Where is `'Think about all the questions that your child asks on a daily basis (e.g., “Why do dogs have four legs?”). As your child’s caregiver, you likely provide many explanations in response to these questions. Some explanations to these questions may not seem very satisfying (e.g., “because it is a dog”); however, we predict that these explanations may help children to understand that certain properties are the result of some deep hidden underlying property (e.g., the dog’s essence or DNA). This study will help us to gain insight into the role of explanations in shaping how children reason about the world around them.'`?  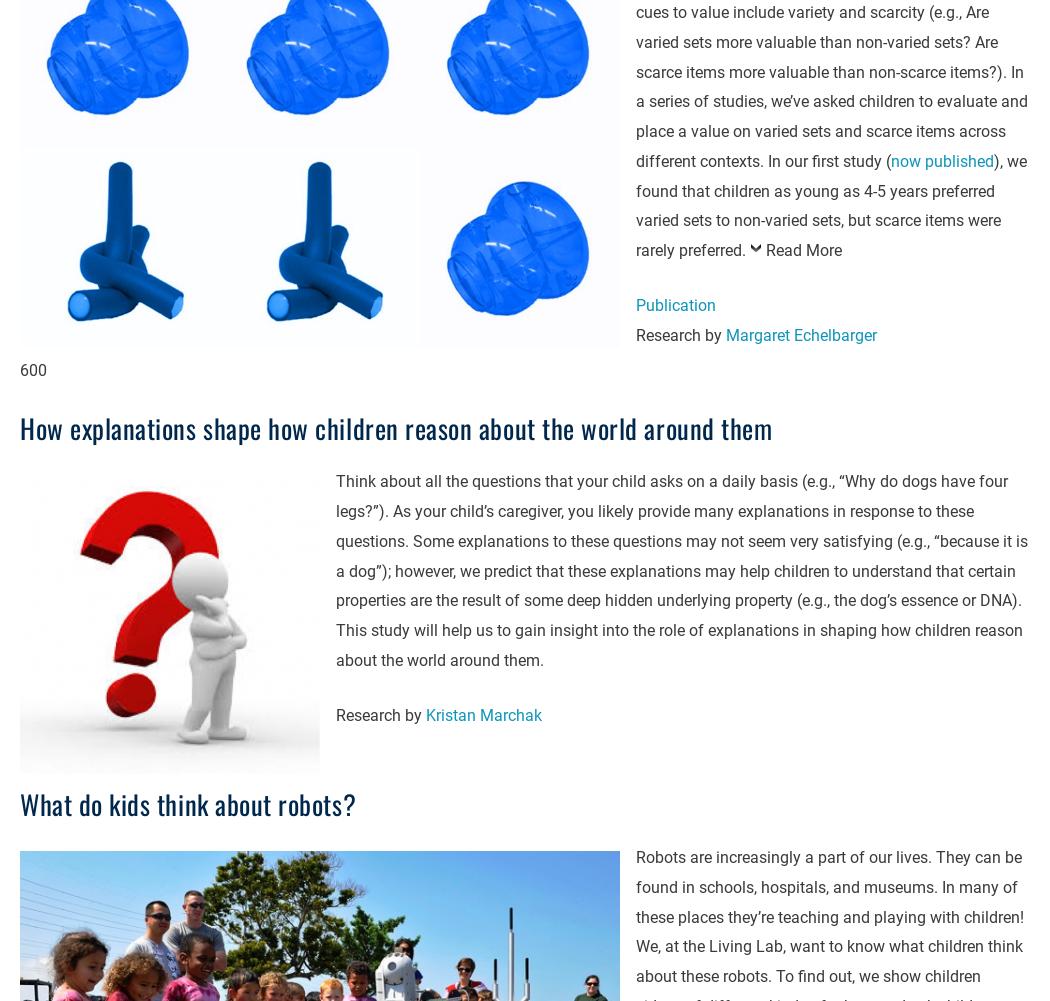 'Think about all the questions that your child asks on a daily basis (e.g., “Why do dogs have four legs?”). As your child’s caregiver, you likely provide many explanations in response to these questions. Some explanations to these questions may not seem very satisfying (e.g., “because it is a dog”); however, we predict that these explanations may help children to understand that certain properties are the result of some deep hidden underlying property (e.g., the dog’s essence or DNA). This study will help us to gain insight into the role of explanations in shaping how children reason about the world around them.' is located at coordinates (681, 569).